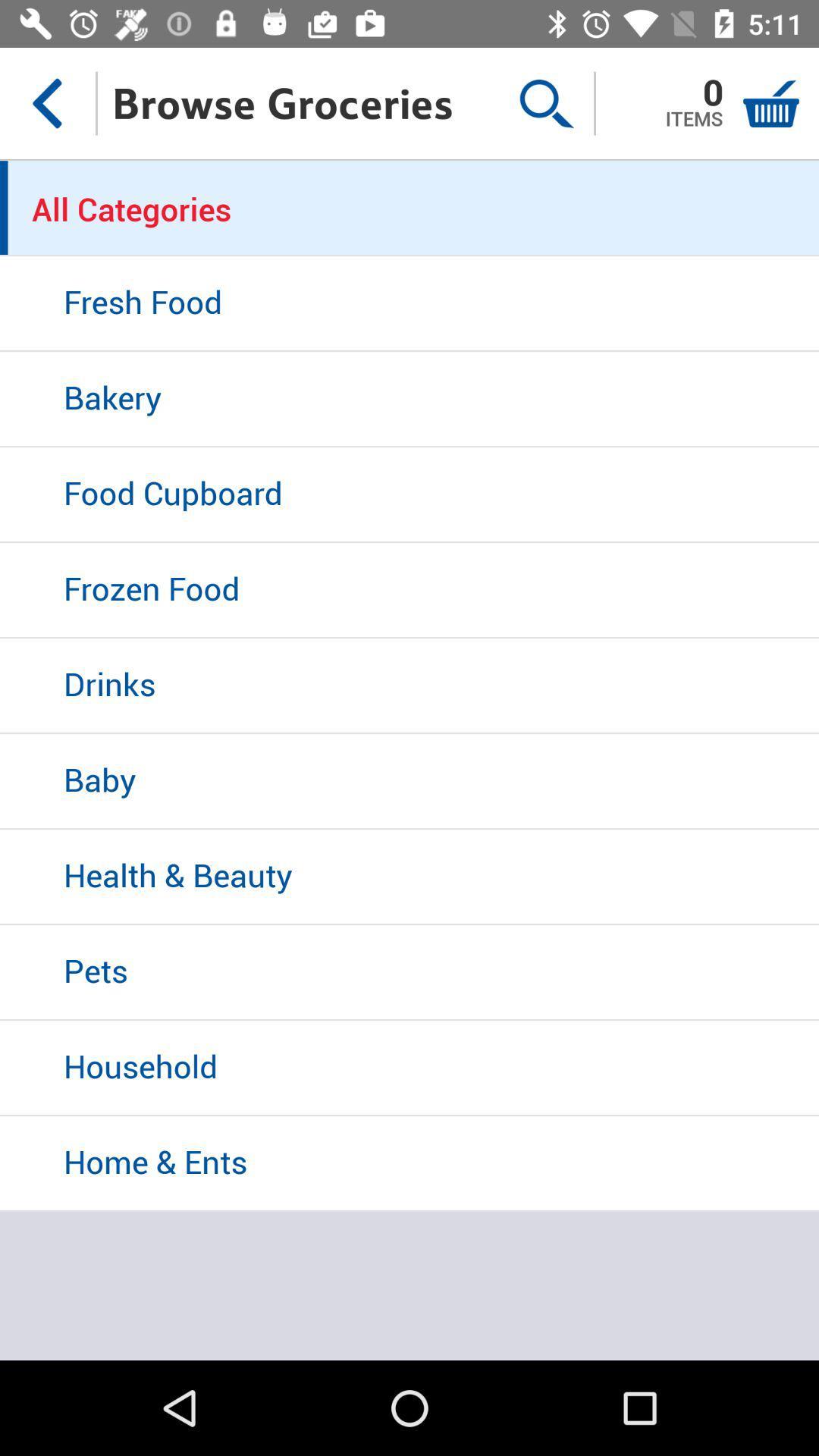 Image resolution: width=819 pixels, height=1456 pixels. I want to click on home & ents icon, so click(409, 1163).